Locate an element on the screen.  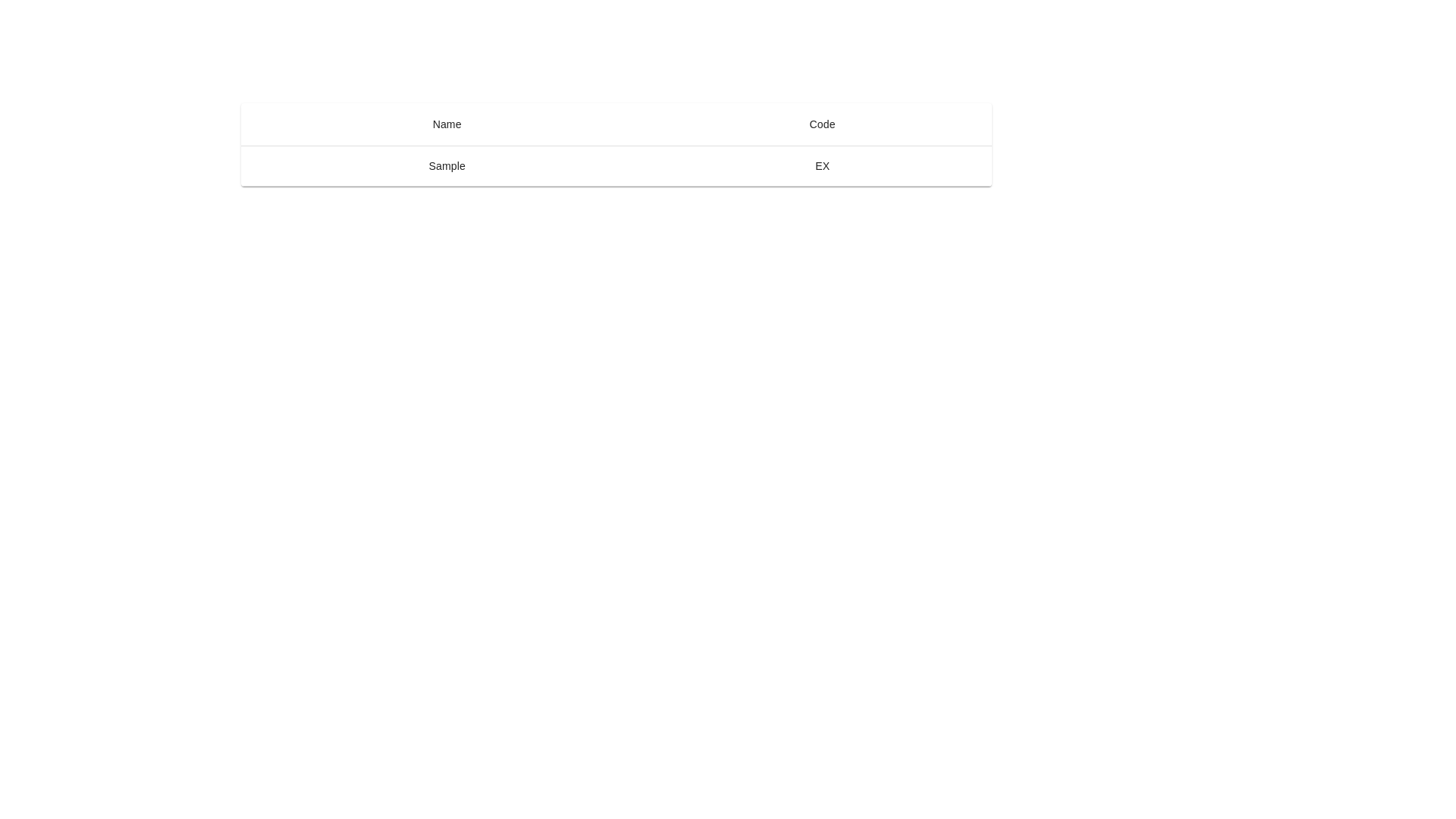
the second row of the table that displays 'Sample' under the 'Name' column and 'EX' under the 'Code' column is located at coordinates (616, 166).